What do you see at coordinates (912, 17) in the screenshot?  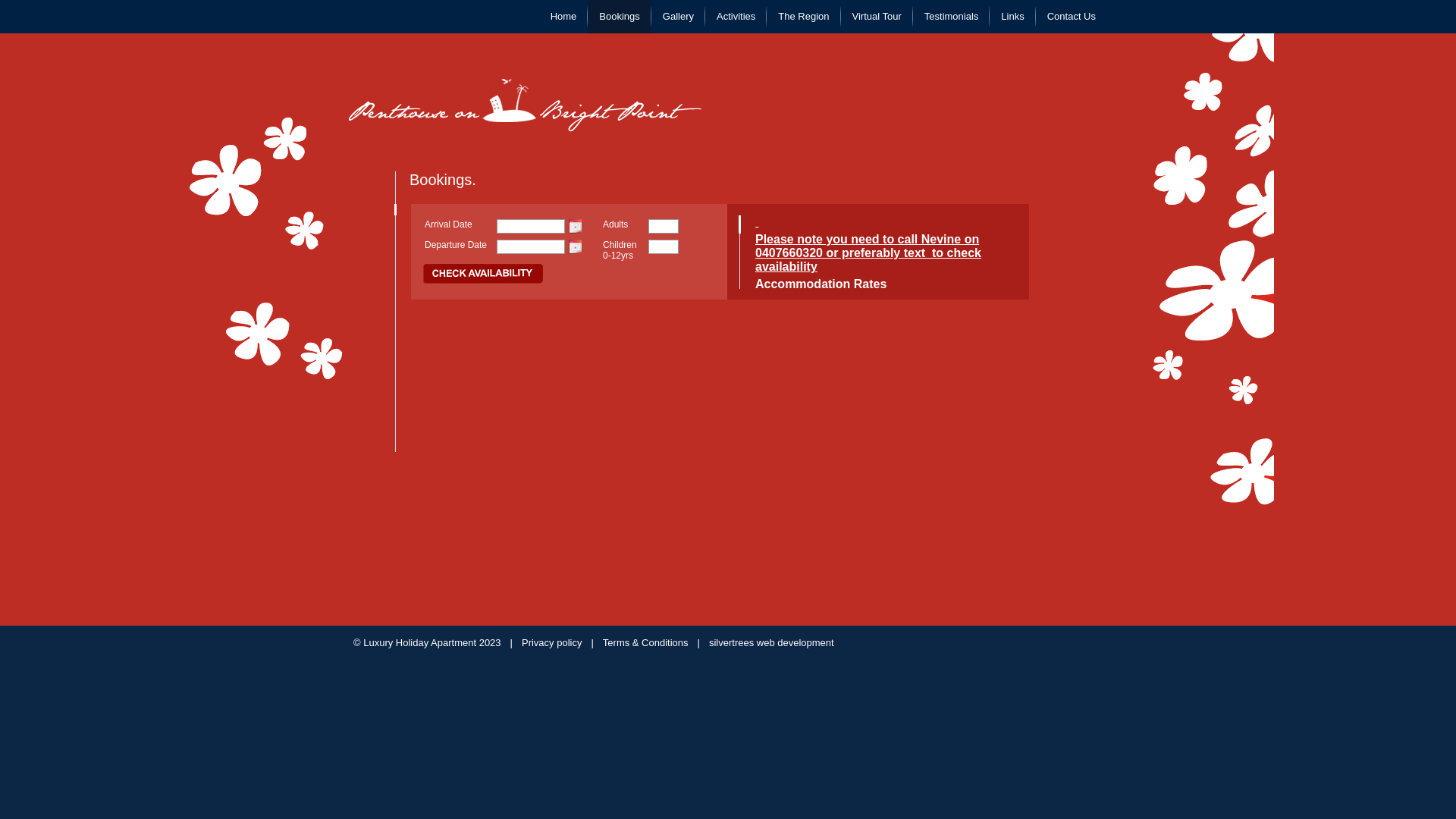 I see `'Testimonials'` at bounding box center [912, 17].